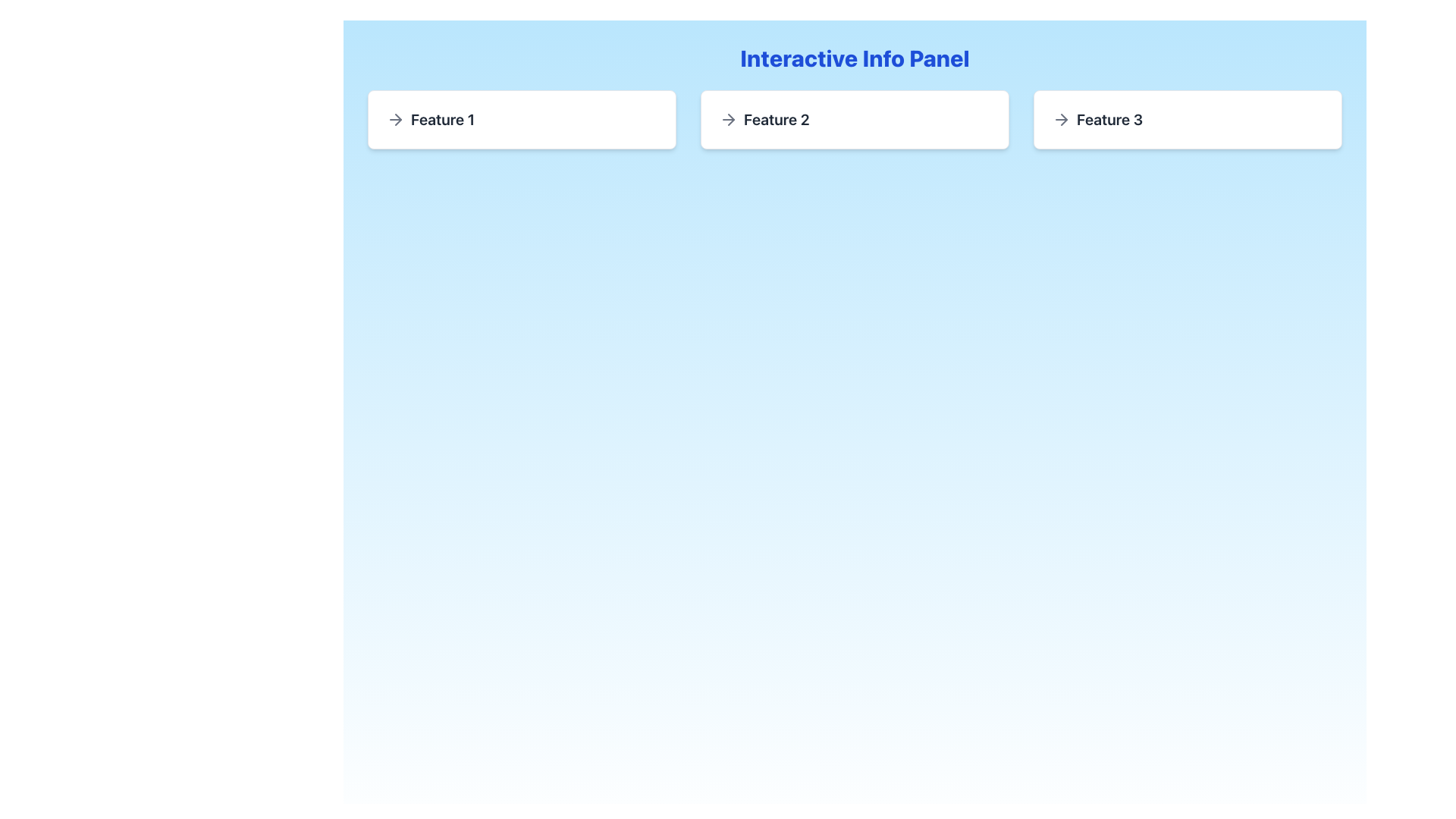 The image size is (1456, 819). I want to click on the second button labeled 'Feature 2', so click(855, 119).